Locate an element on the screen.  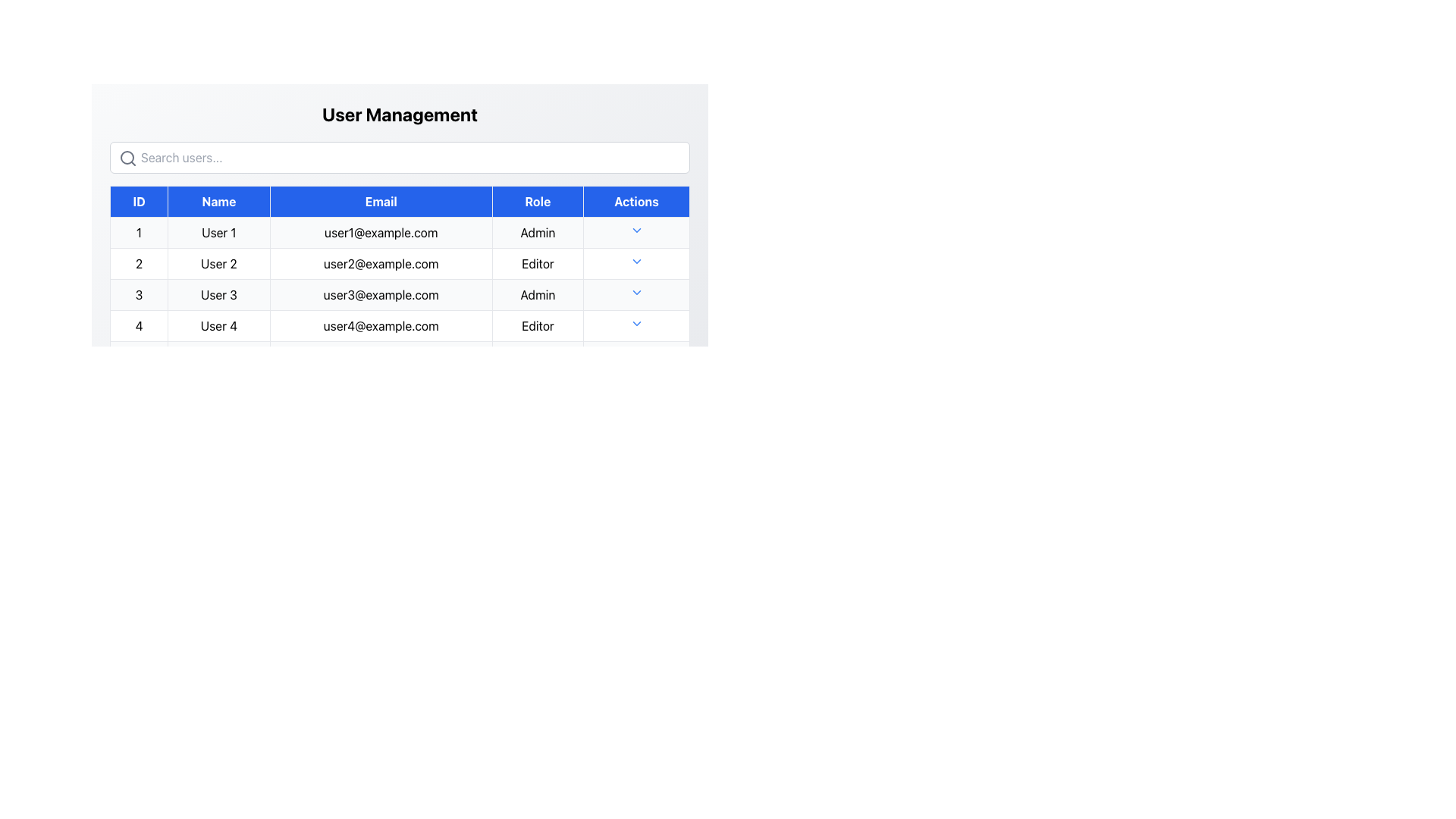
the downward-pointing chevron icon in the Actions column of the first row of the user management table is located at coordinates (636, 231).